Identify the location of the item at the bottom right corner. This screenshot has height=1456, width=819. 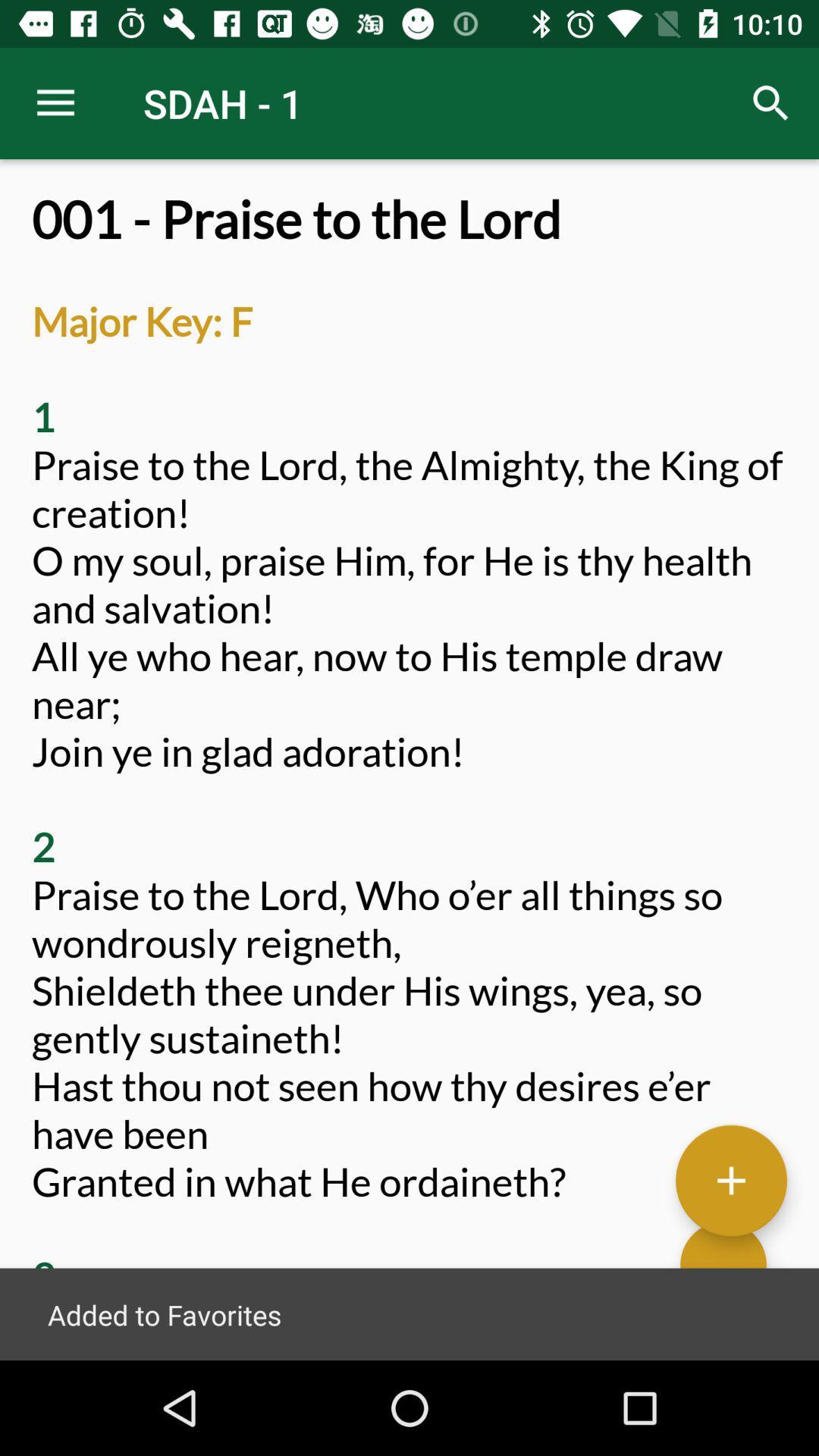
(730, 1178).